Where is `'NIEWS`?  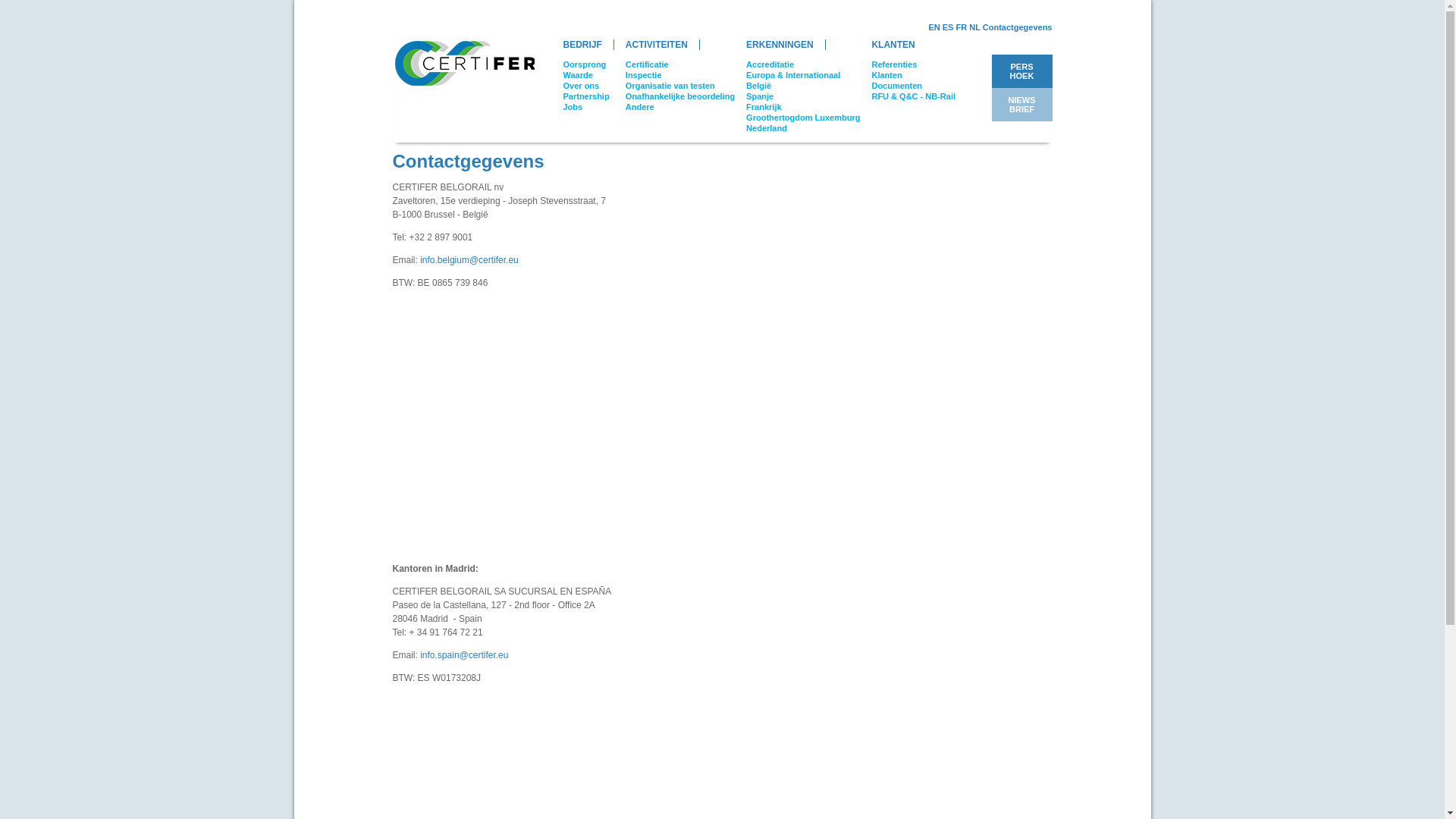 'NIEWS is located at coordinates (1021, 104).